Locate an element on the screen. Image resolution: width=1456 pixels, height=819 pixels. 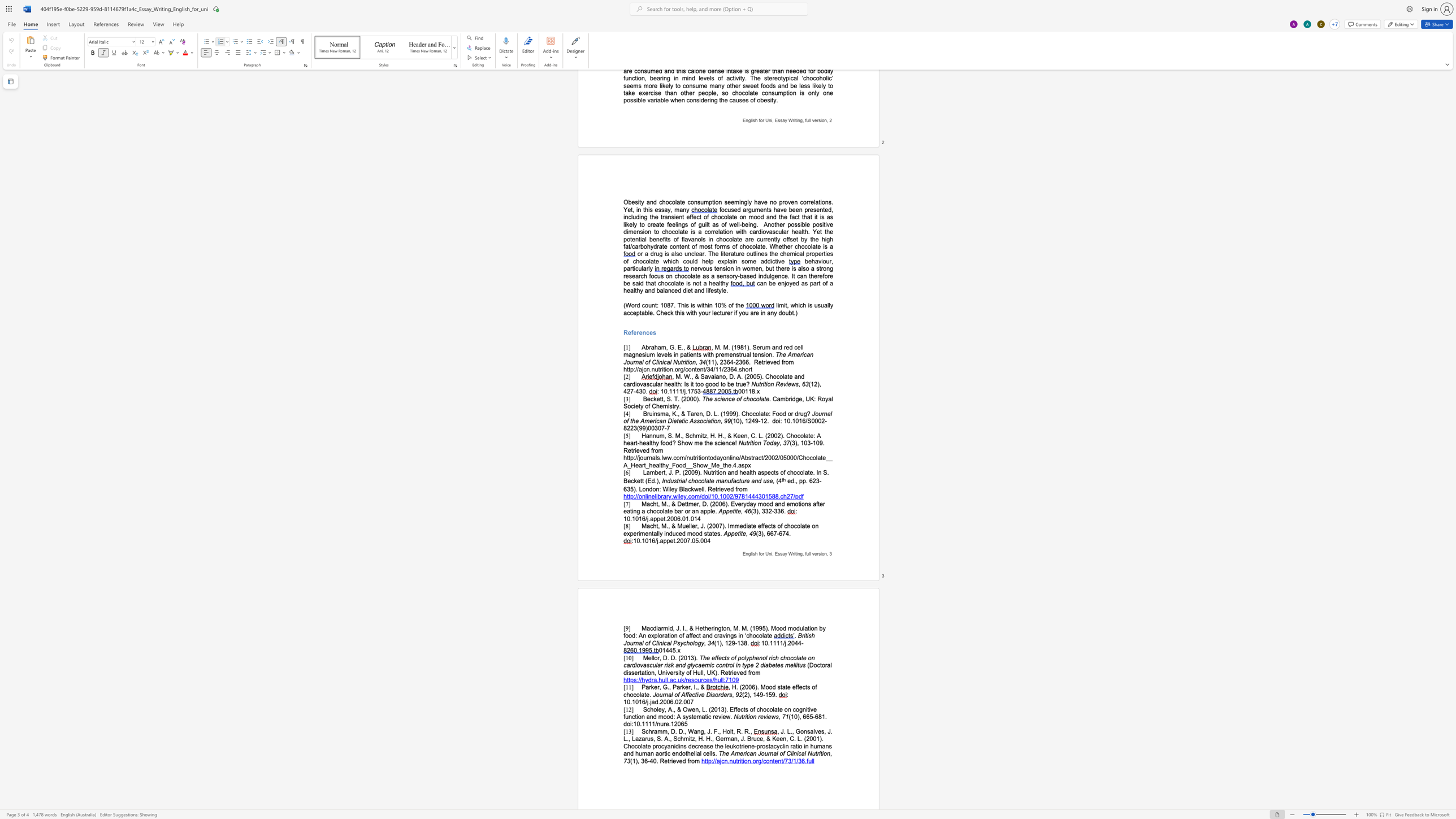
the space between the continuous character "d" and "." in the text is located at coordinates (794, 481).